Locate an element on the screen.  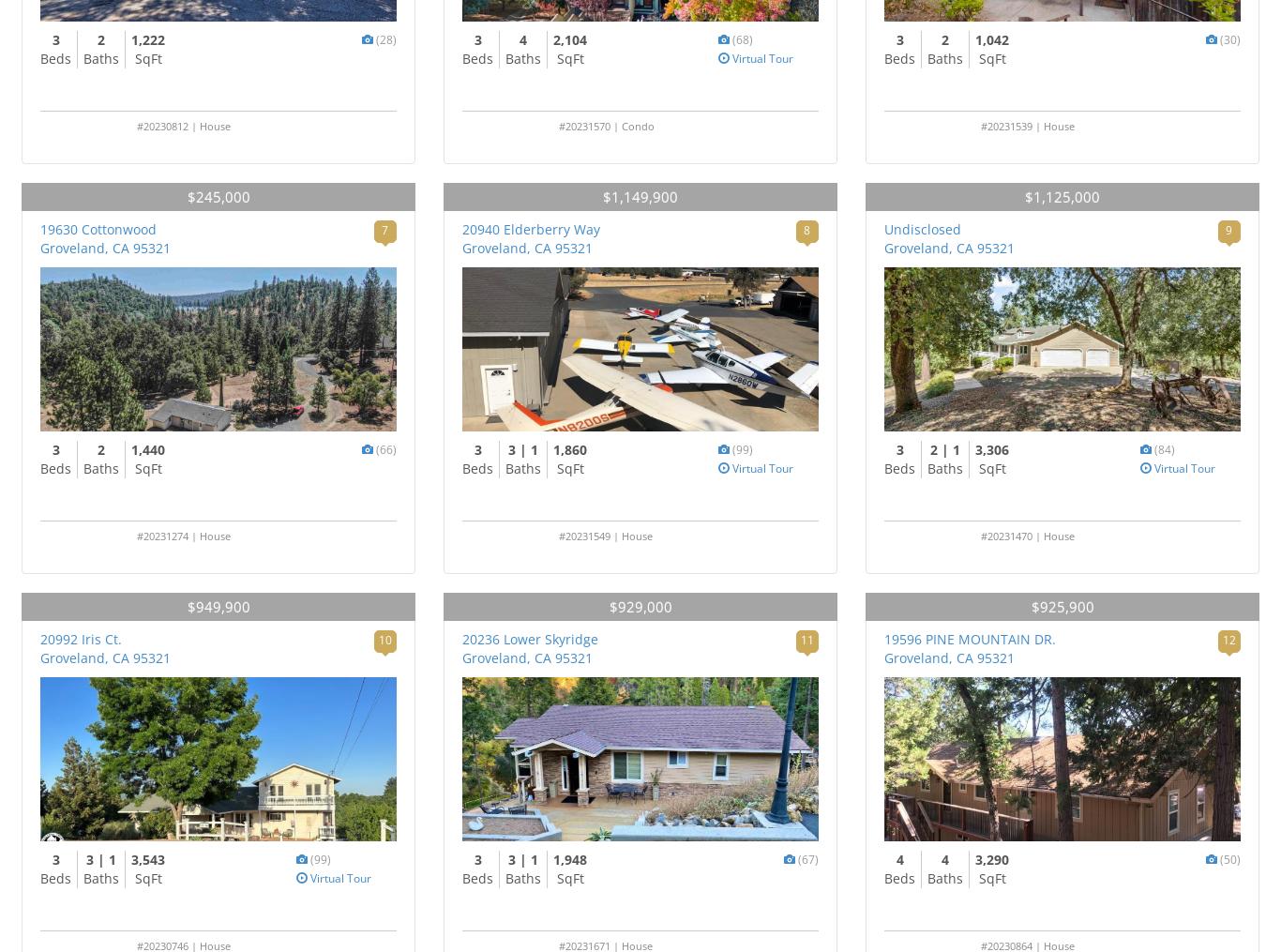
'1,440' is located at coordinates (147, 448).